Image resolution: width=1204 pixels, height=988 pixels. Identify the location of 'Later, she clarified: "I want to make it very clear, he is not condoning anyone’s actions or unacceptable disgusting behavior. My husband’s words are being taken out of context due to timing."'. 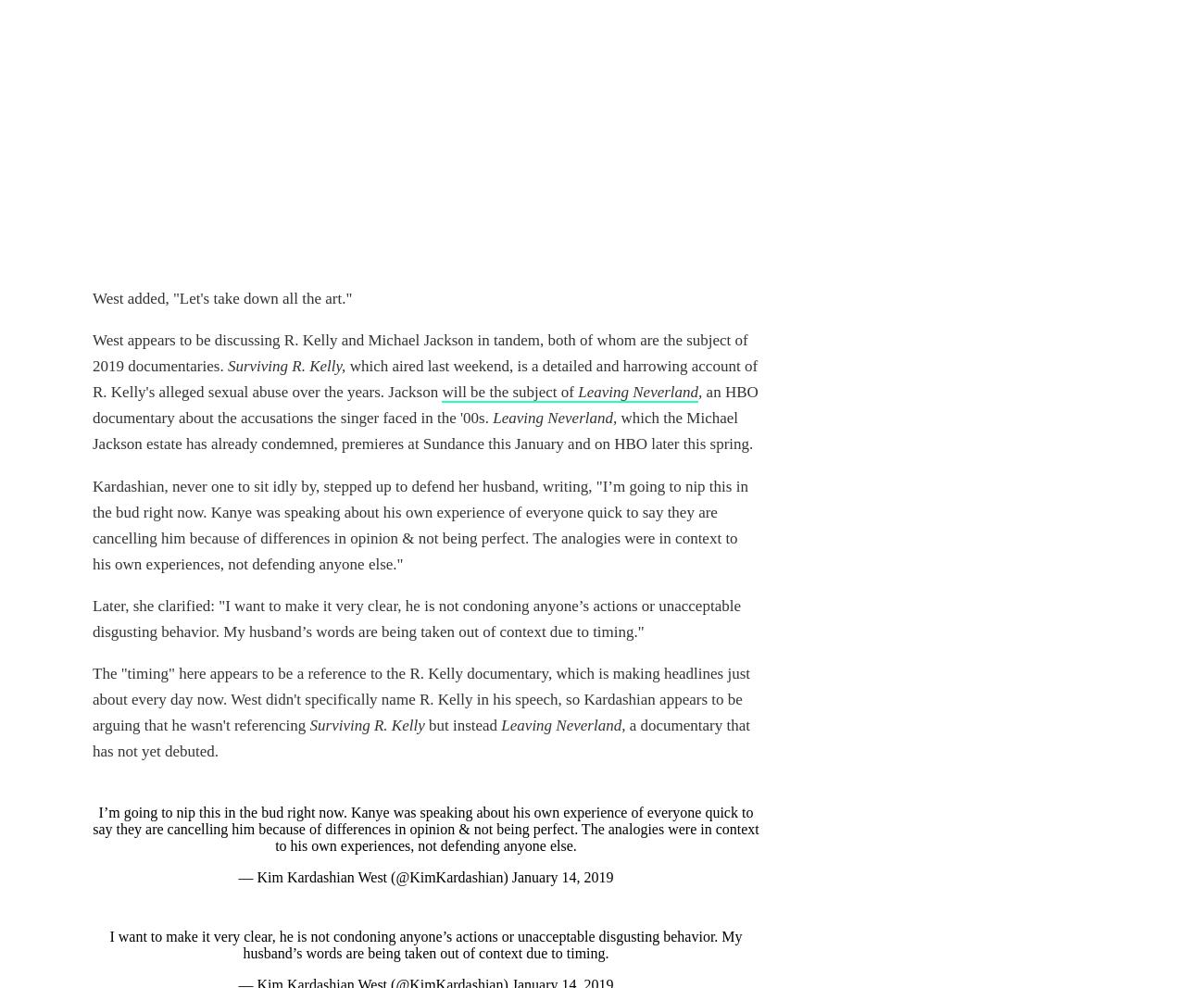
(415, 618).